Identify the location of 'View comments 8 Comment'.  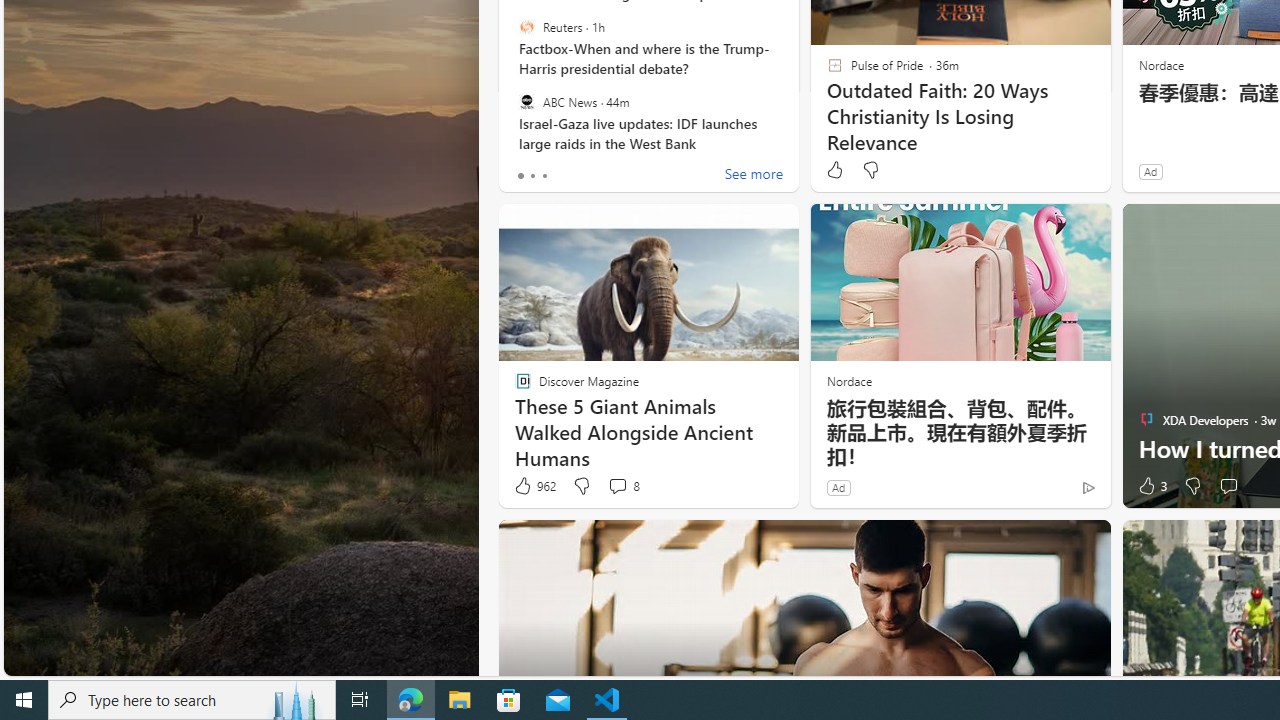
(616, 486).